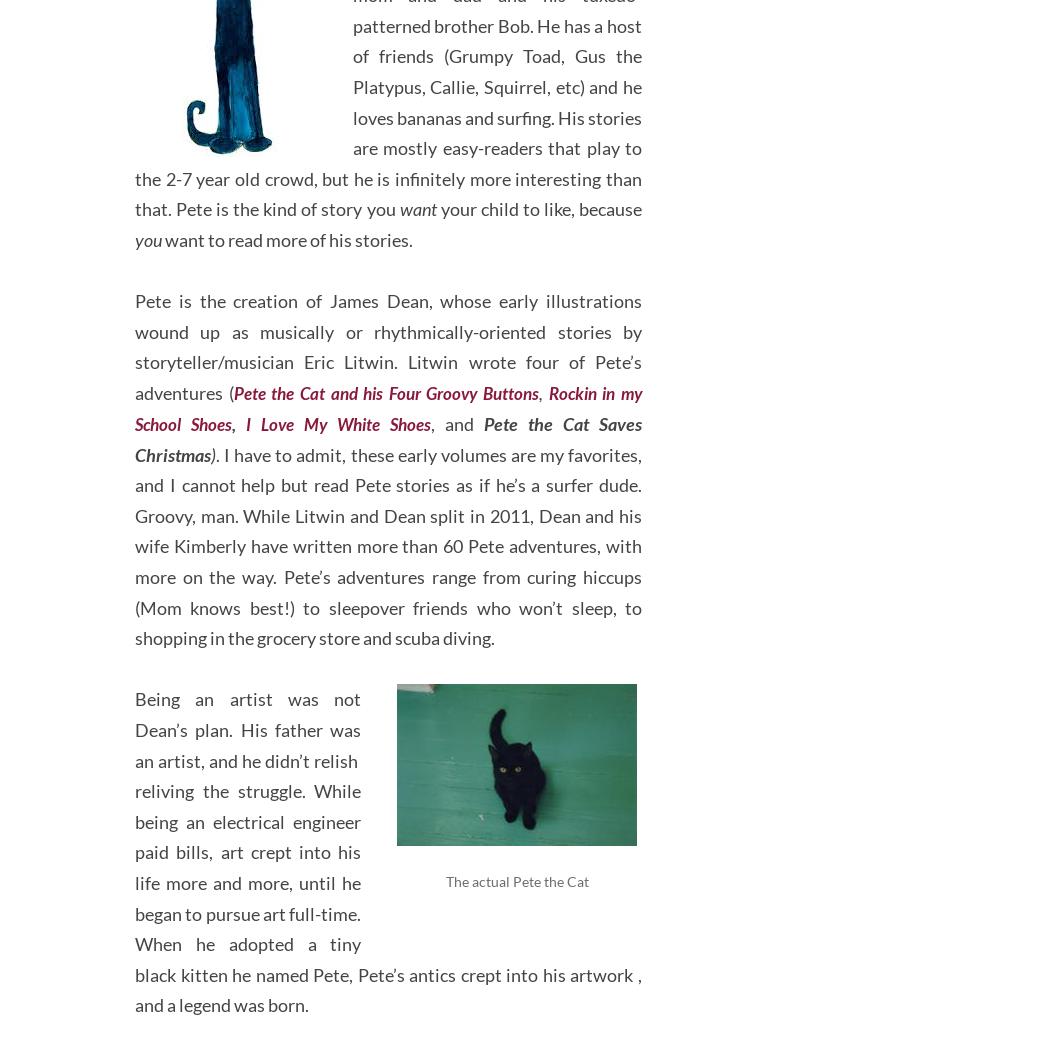  Describe the element at coordinates (416, 198) in the screenshot. I see `'want'` at that location.